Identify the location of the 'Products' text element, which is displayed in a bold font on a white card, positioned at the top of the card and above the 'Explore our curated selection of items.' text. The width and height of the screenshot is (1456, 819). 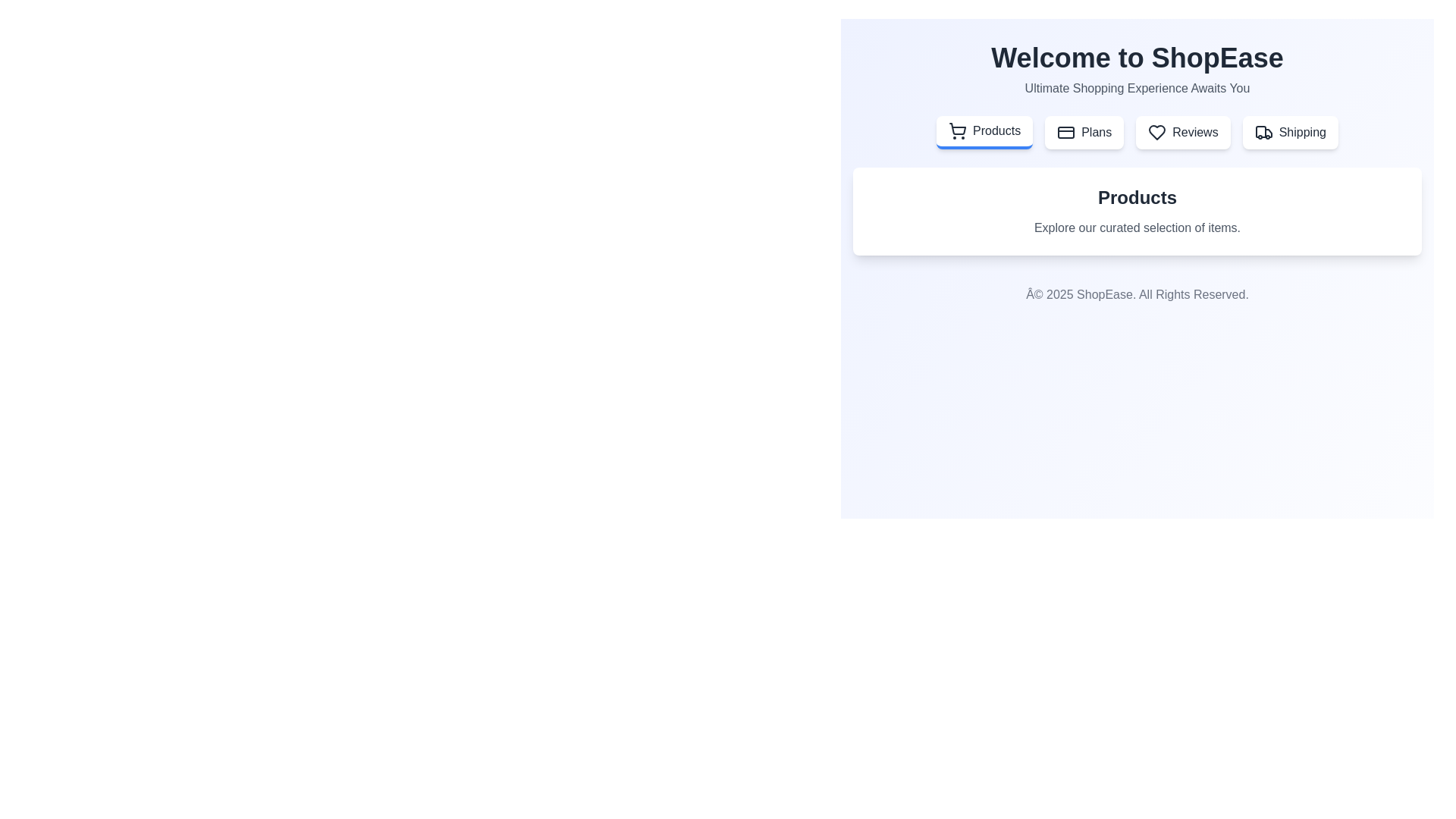
(1137, 197).